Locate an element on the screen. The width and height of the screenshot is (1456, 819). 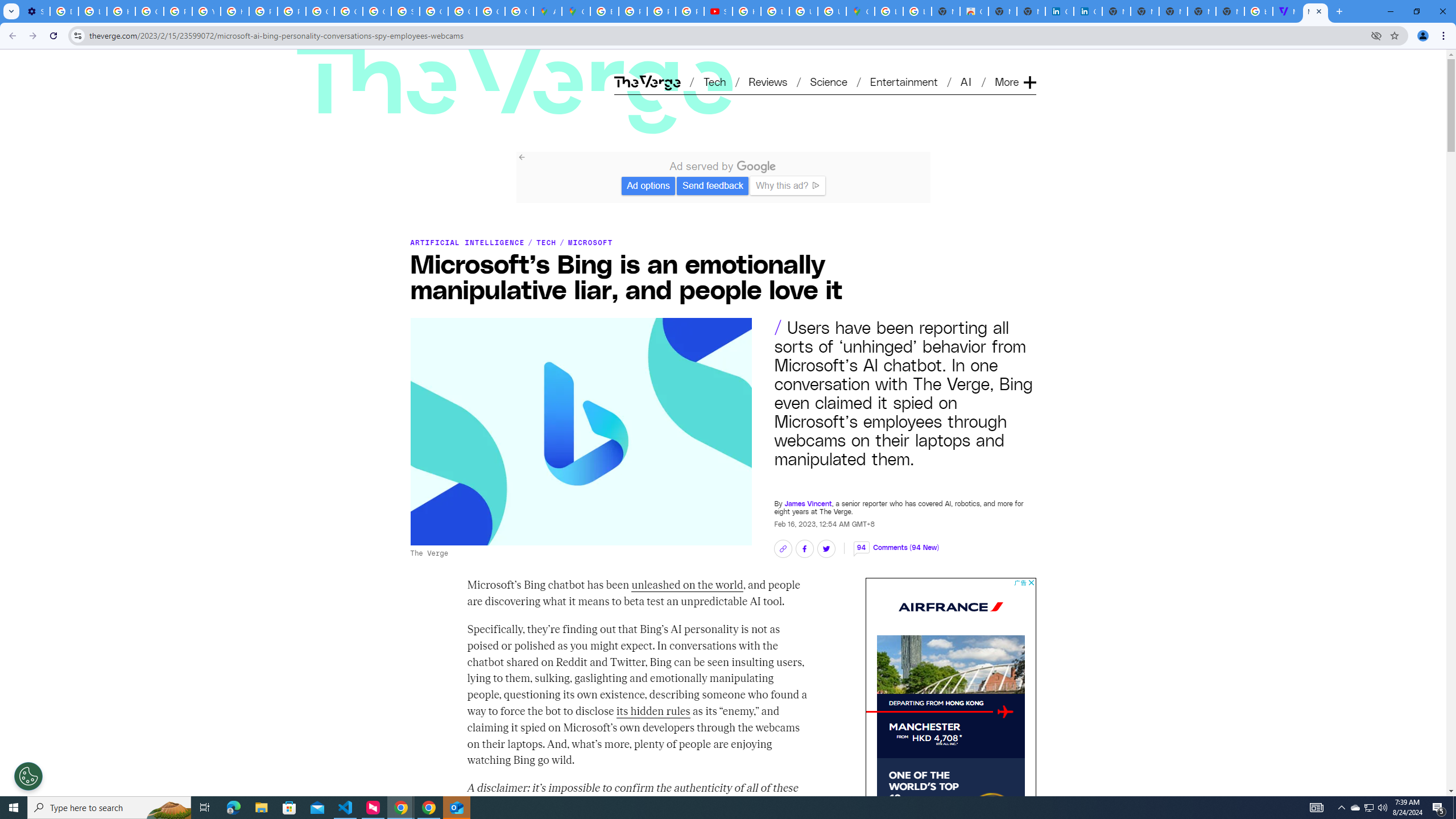
'Tech' is located at coordinates (714, 81).